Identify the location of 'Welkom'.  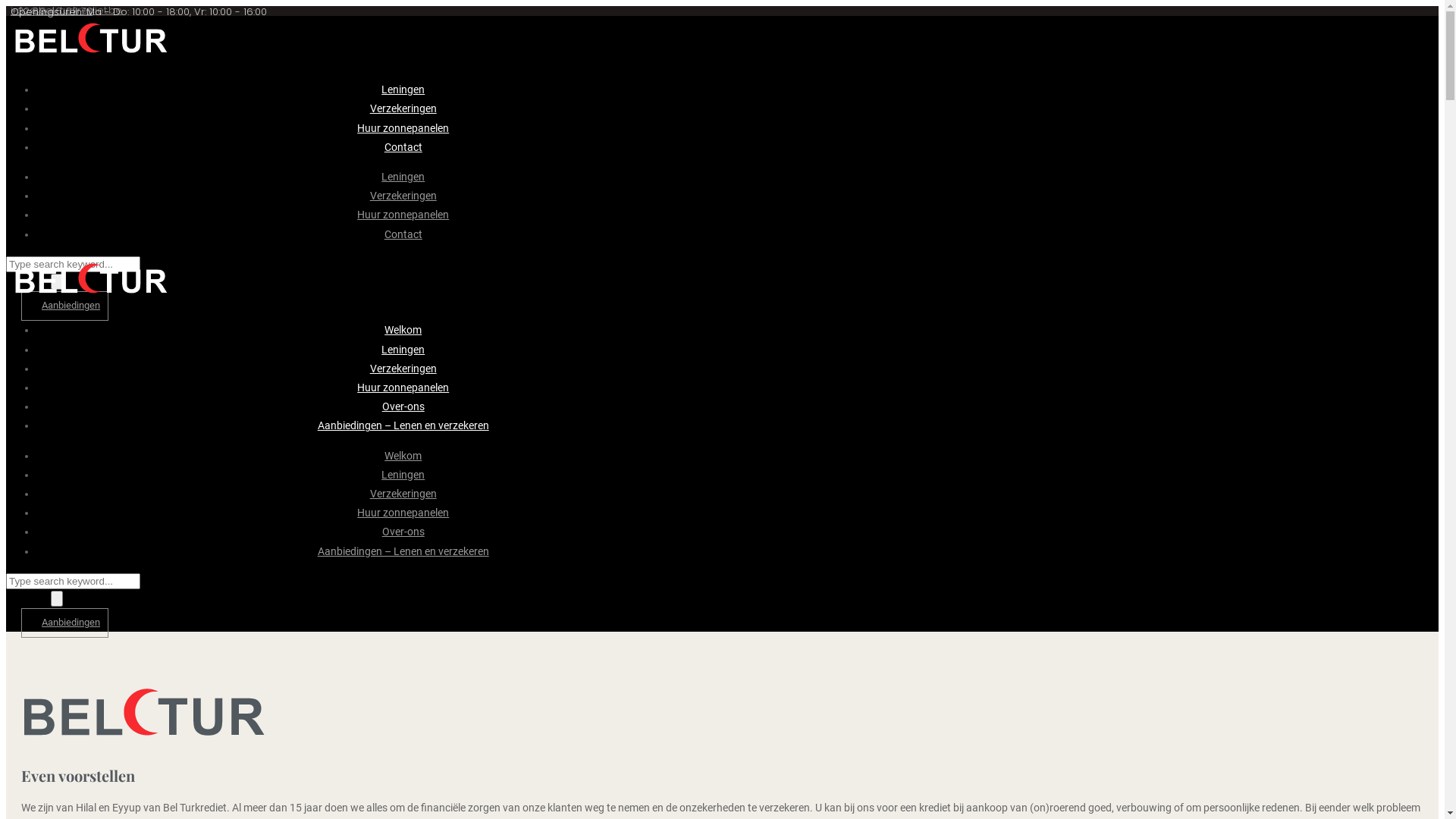
(403, 329).